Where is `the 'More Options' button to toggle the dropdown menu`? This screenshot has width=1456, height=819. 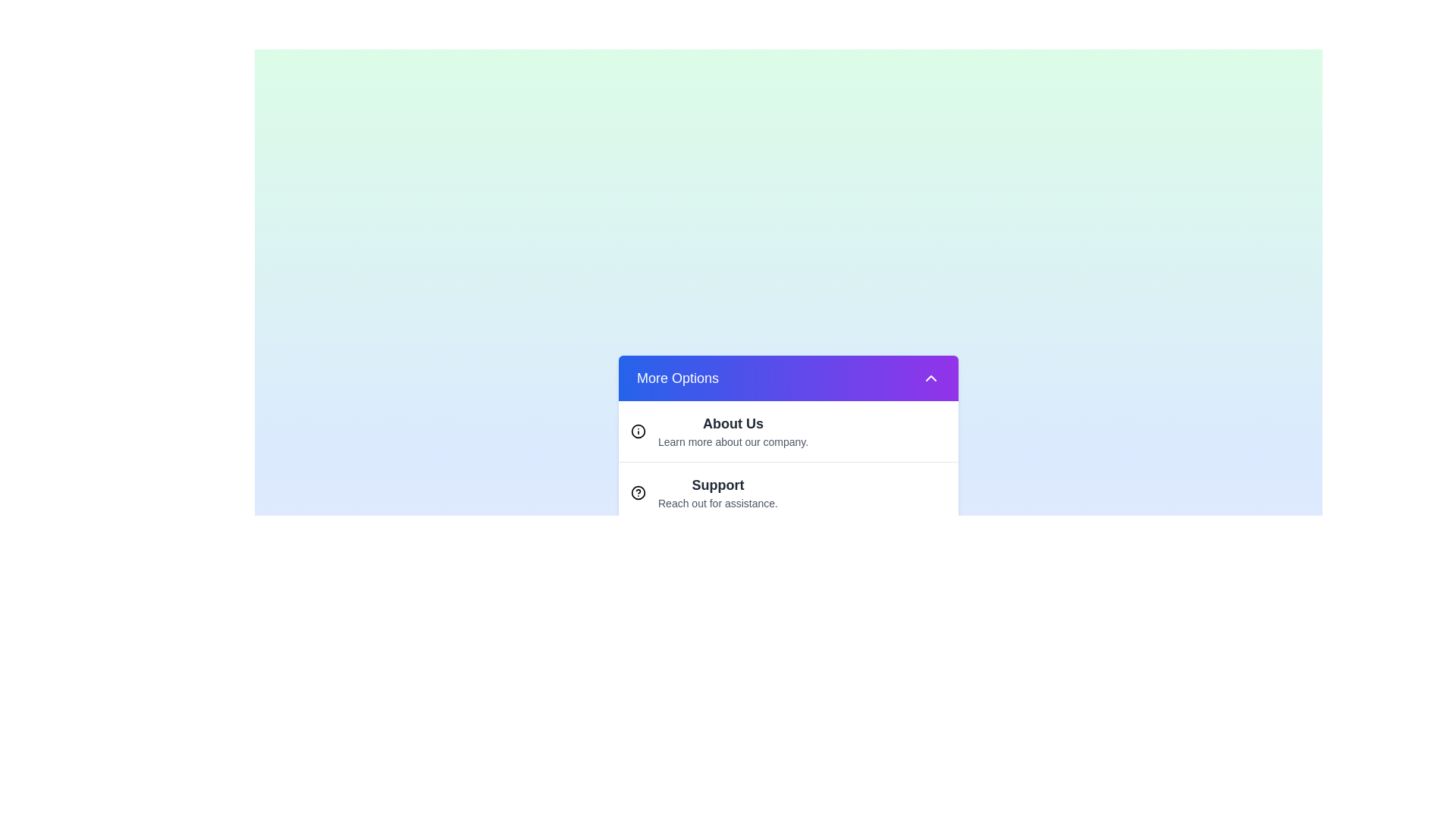
the 'More Options' button to toggle the dropdown menu is located at coordinates (789, 377).